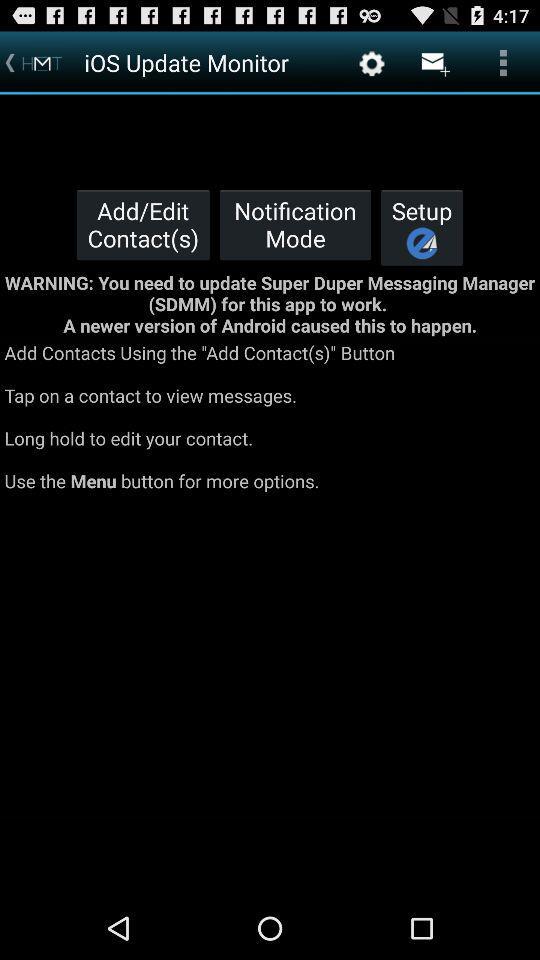 The width and height of the screenshot is (540, 960). What do you see at coordinates (434, 62) in the screenshot?
I see `button above the setup item` at bounding box center [434, 62].